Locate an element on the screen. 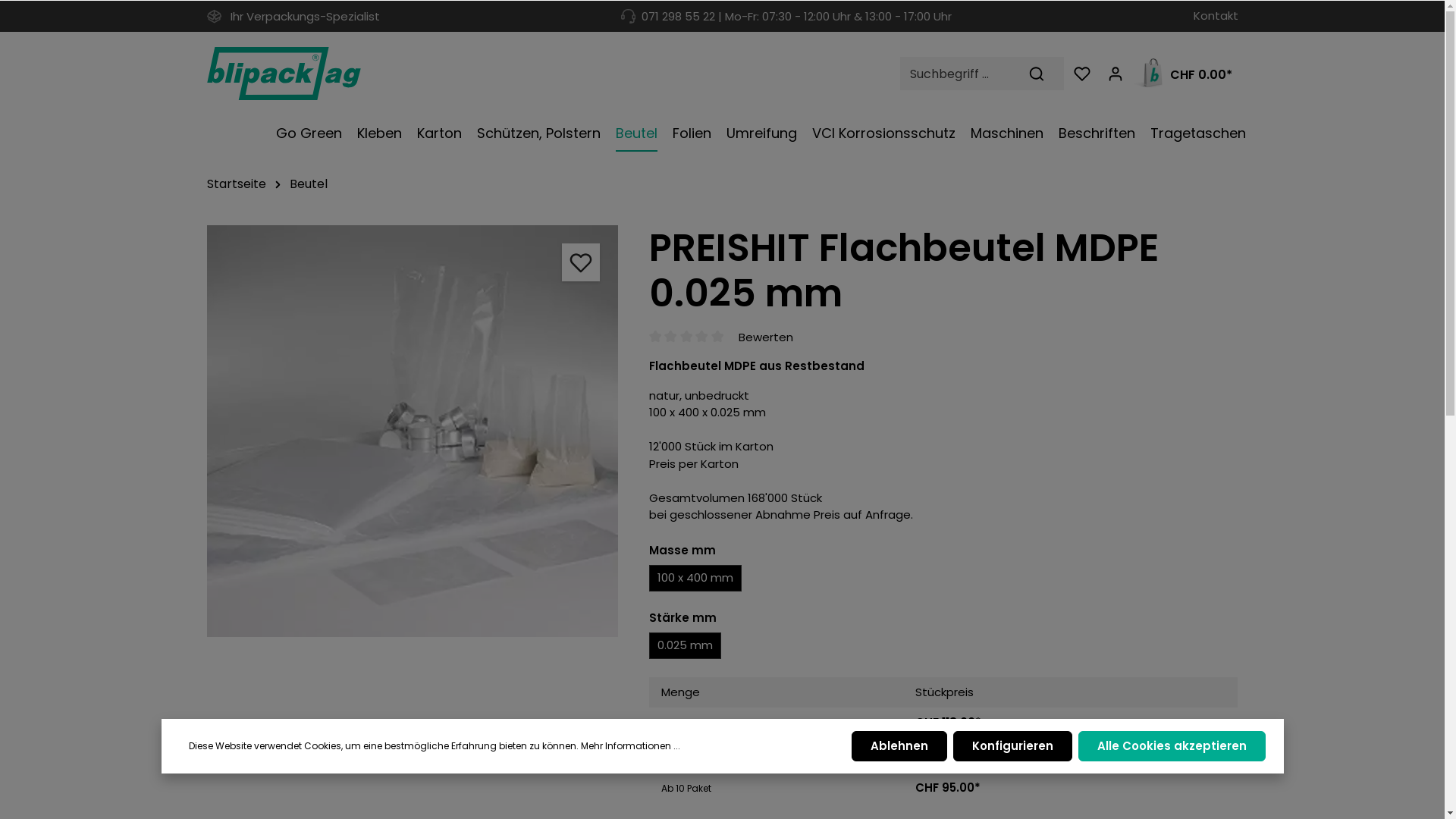 This screenshot has height=819, width=1456. 'Kontakt' is located at coordinates (1216, 16).